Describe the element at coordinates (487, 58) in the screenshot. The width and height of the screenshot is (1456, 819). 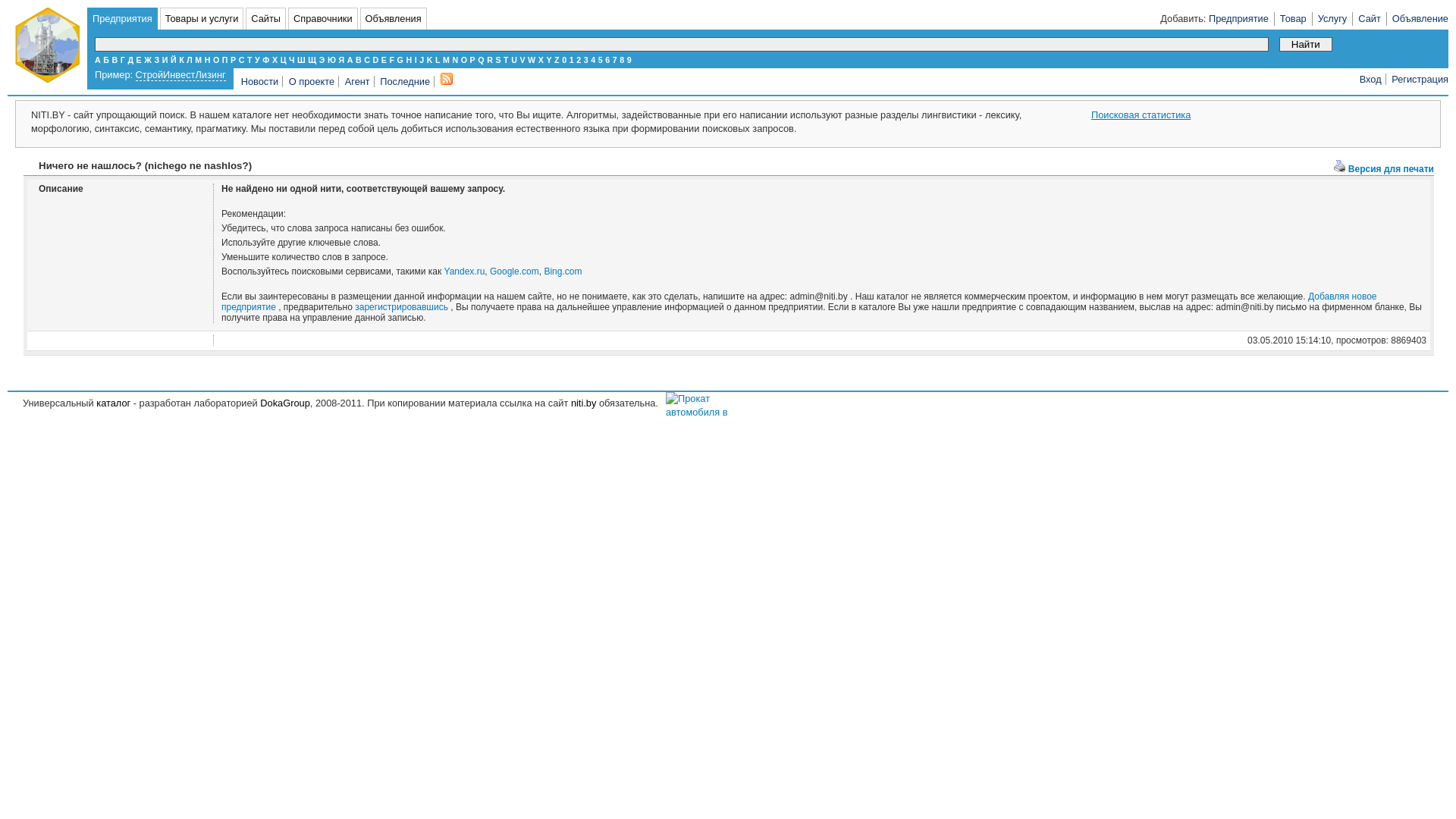
I see `'R'` at that location.